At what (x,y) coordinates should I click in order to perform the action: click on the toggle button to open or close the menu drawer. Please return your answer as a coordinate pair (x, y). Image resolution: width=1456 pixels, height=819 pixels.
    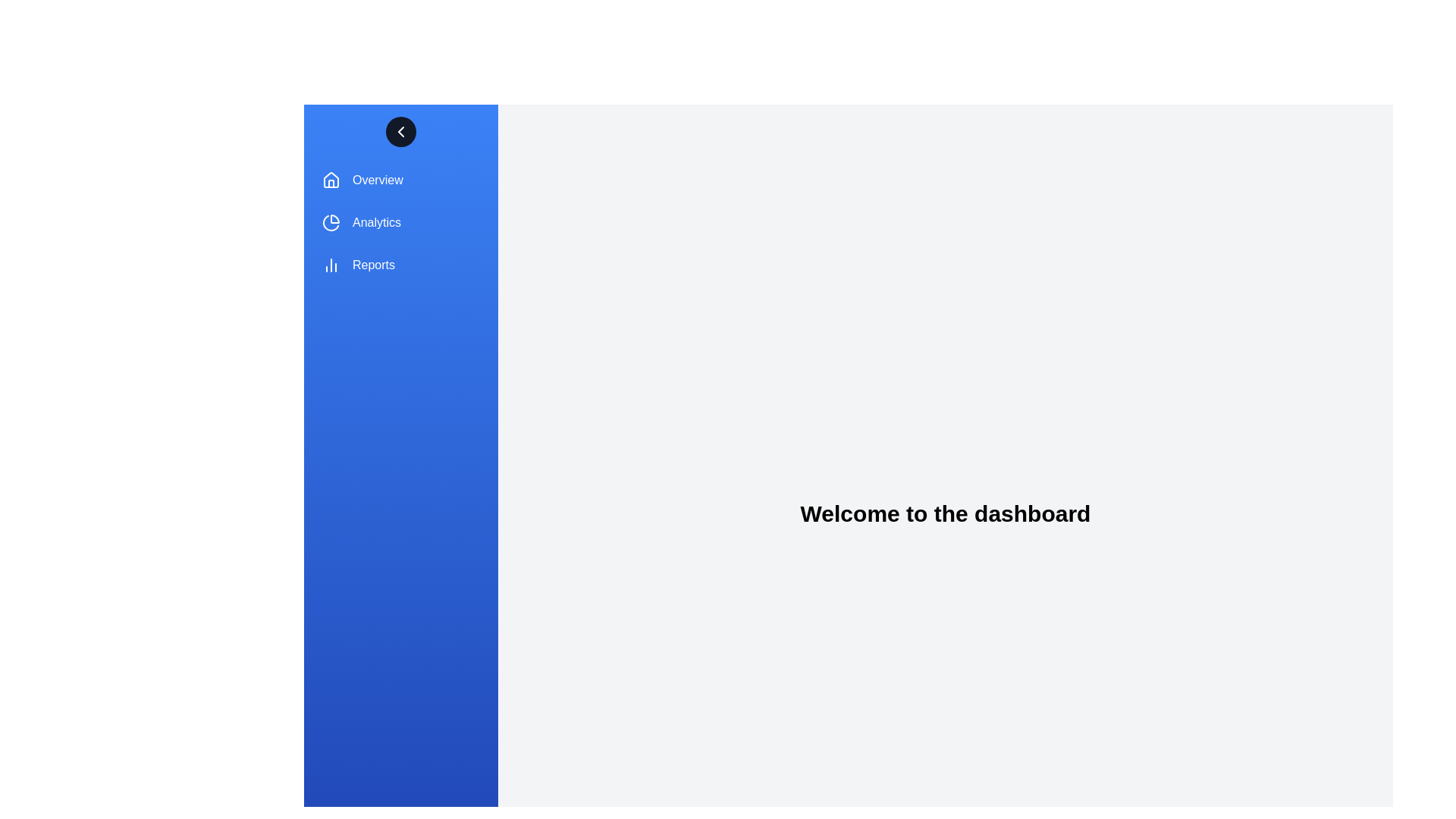
    Looking at the image, I should click on (400, 130).